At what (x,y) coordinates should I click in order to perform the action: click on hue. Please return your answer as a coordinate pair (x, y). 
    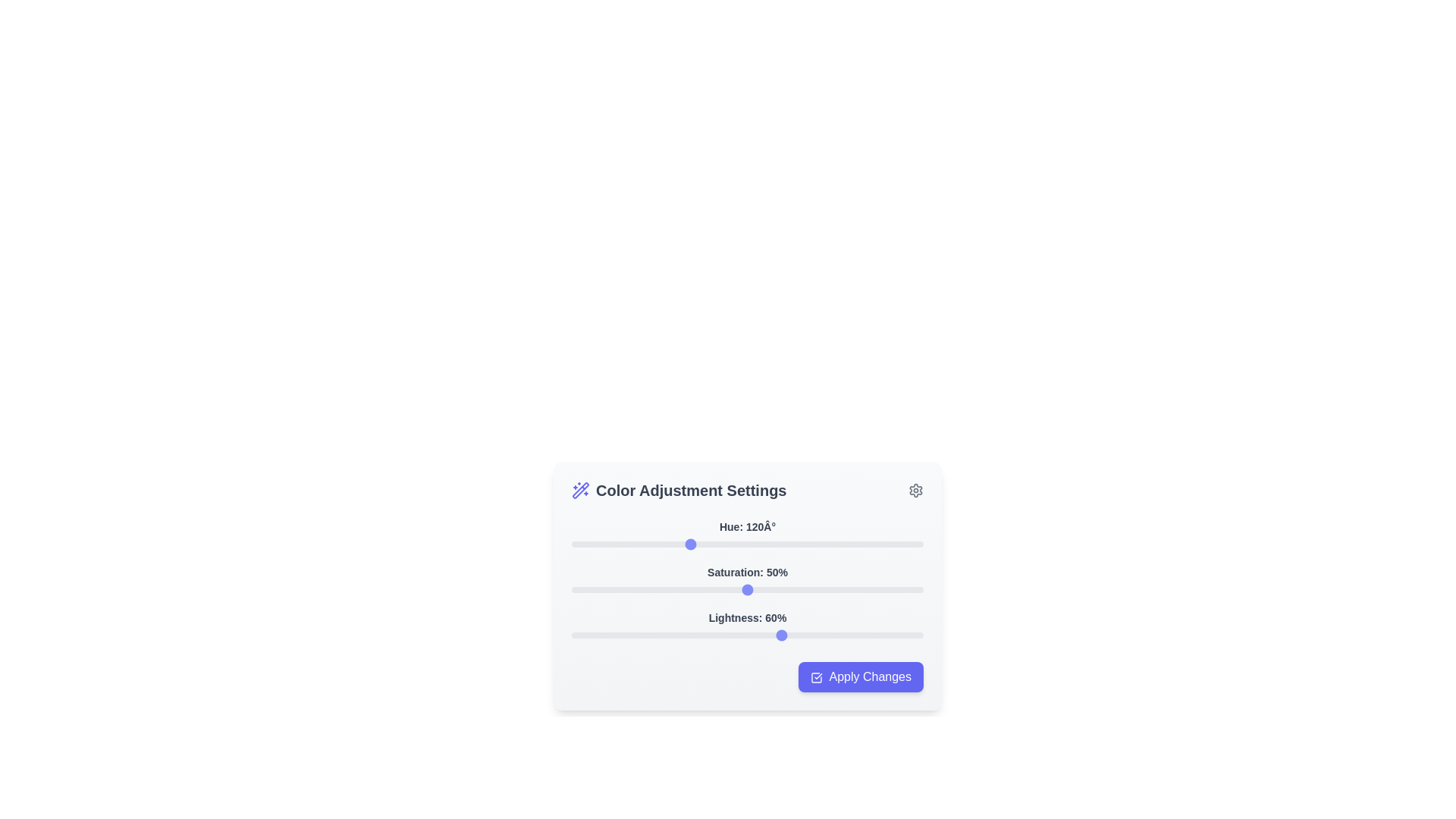
    Looking at the image, I should click on (659, 543).